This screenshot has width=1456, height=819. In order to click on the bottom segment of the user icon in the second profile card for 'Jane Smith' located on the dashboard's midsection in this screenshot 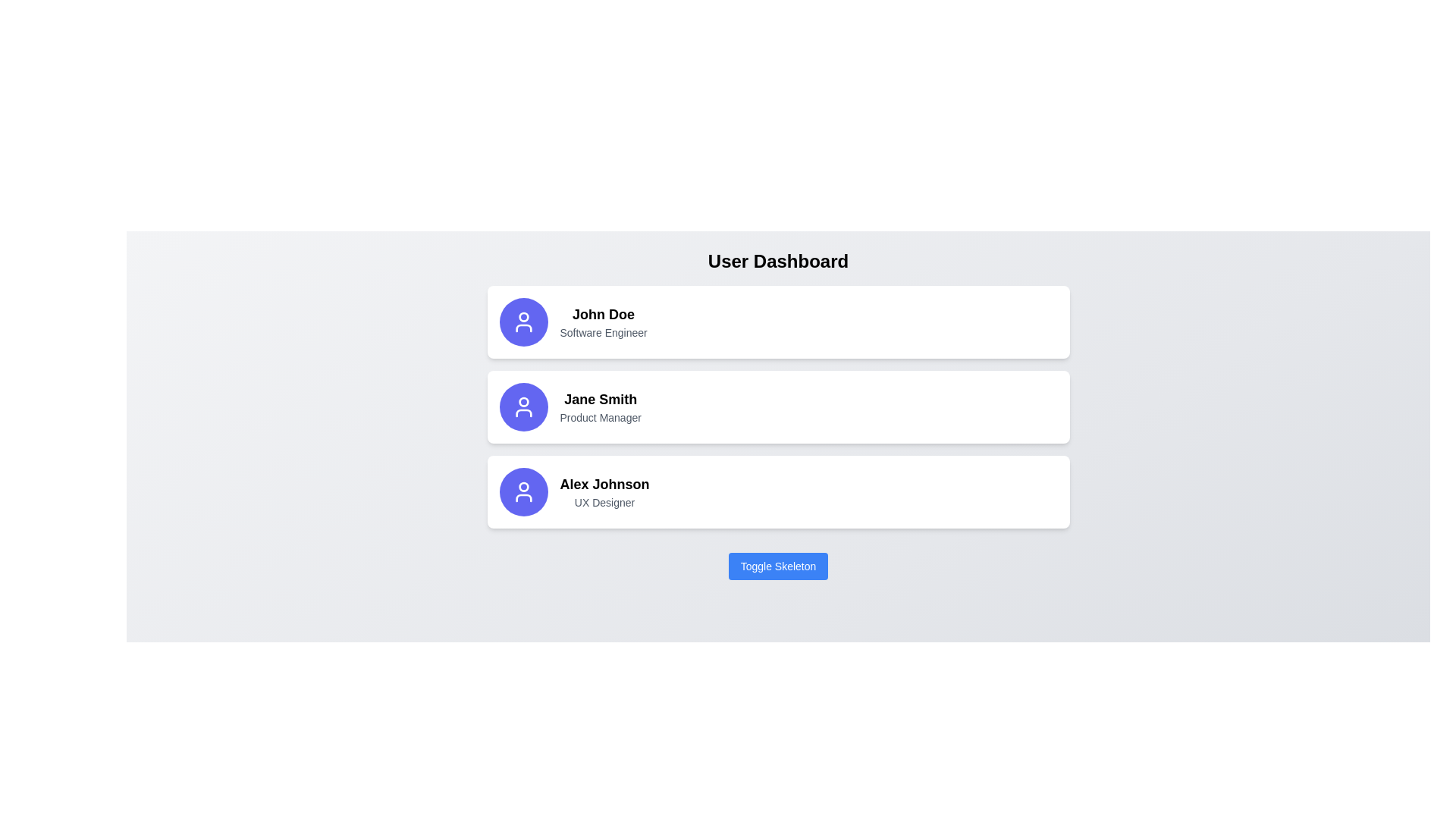, I will do `click(523, 413)`.